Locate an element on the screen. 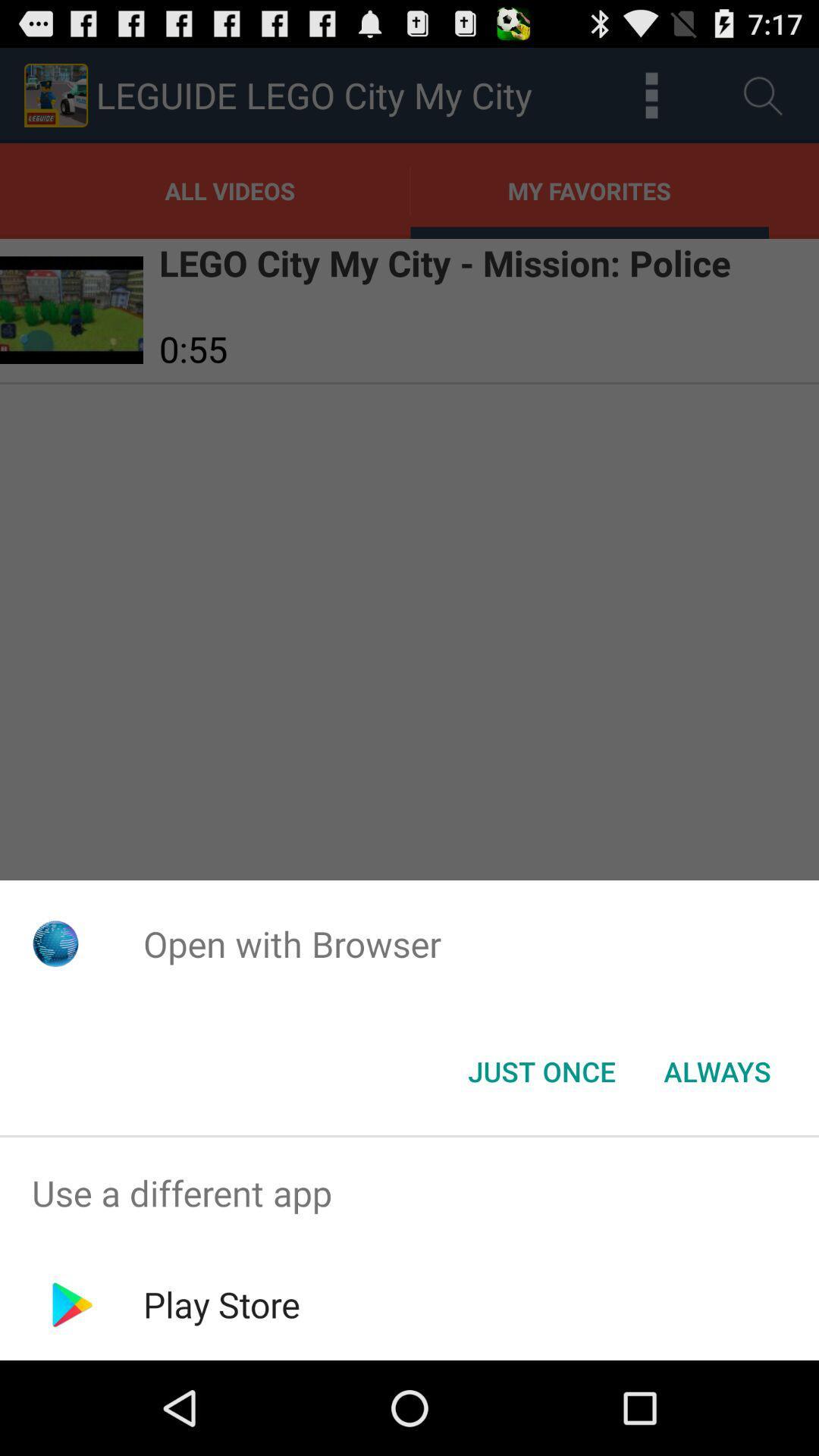 The height and width of the screenshot is (1456, 819). the item above play store icon is located at coordinates (409, 1192).